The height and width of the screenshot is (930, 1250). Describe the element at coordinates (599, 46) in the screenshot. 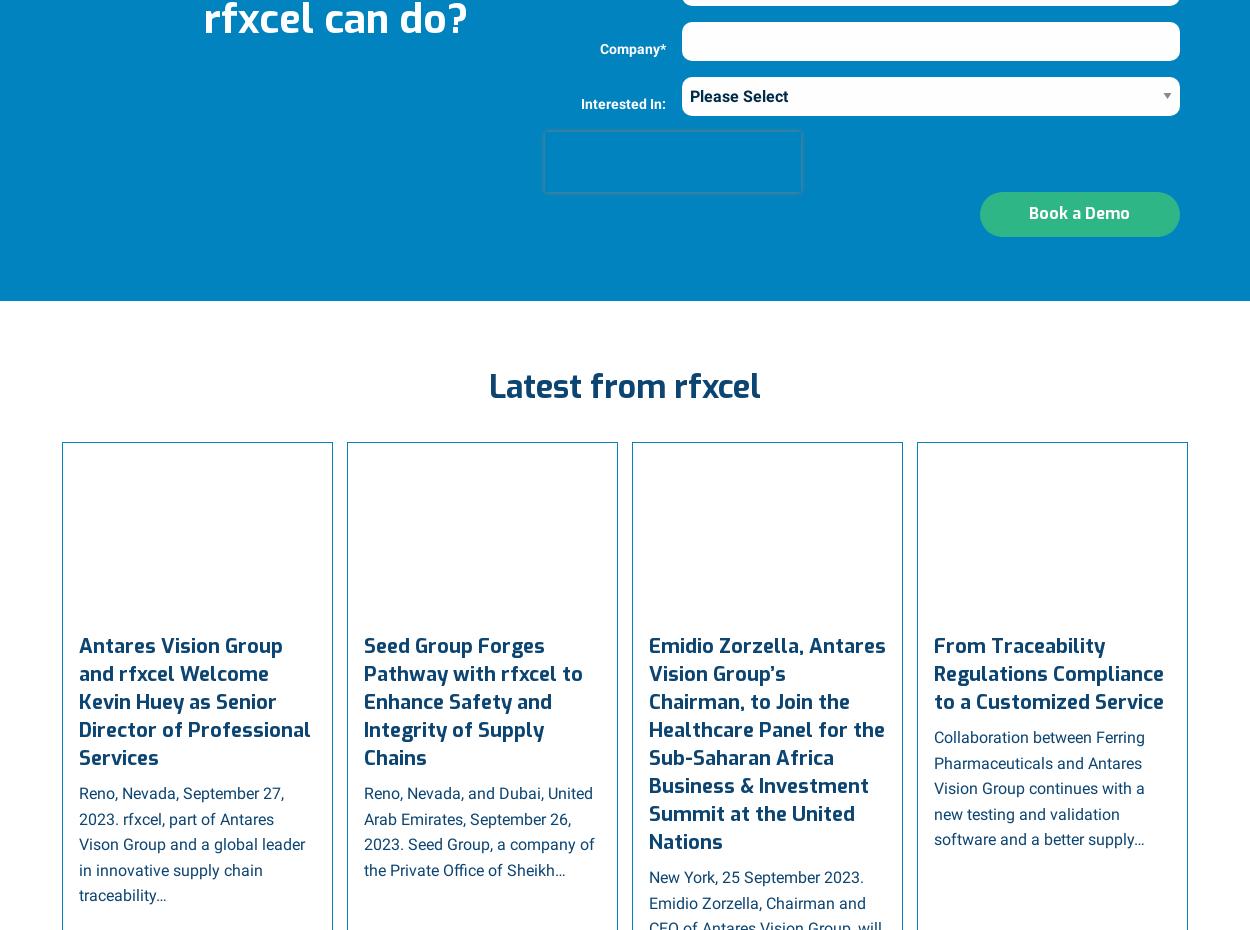

I see `'Company'` at that location.